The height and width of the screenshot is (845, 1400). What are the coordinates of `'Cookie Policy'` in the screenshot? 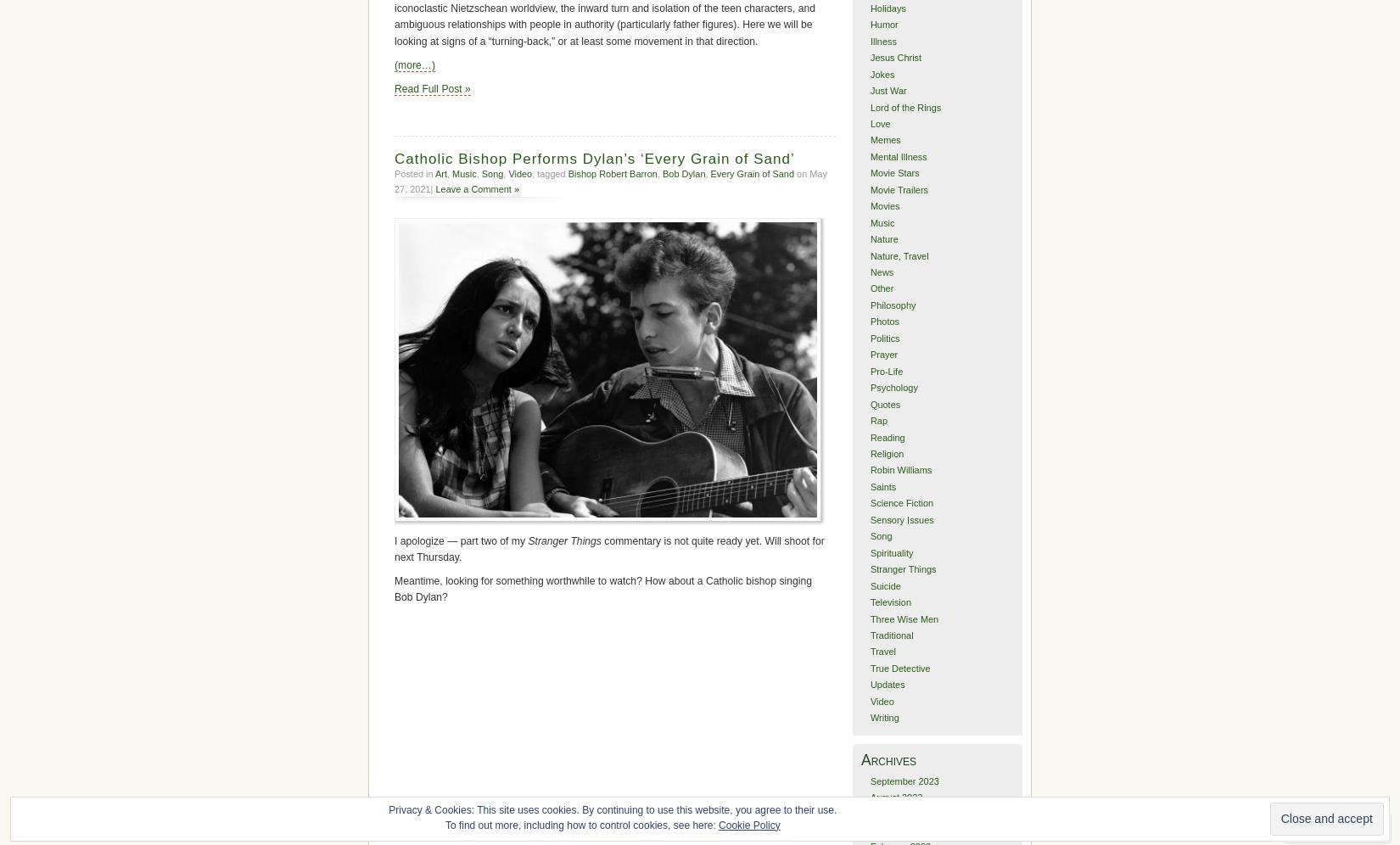 It's located at (749, 823).